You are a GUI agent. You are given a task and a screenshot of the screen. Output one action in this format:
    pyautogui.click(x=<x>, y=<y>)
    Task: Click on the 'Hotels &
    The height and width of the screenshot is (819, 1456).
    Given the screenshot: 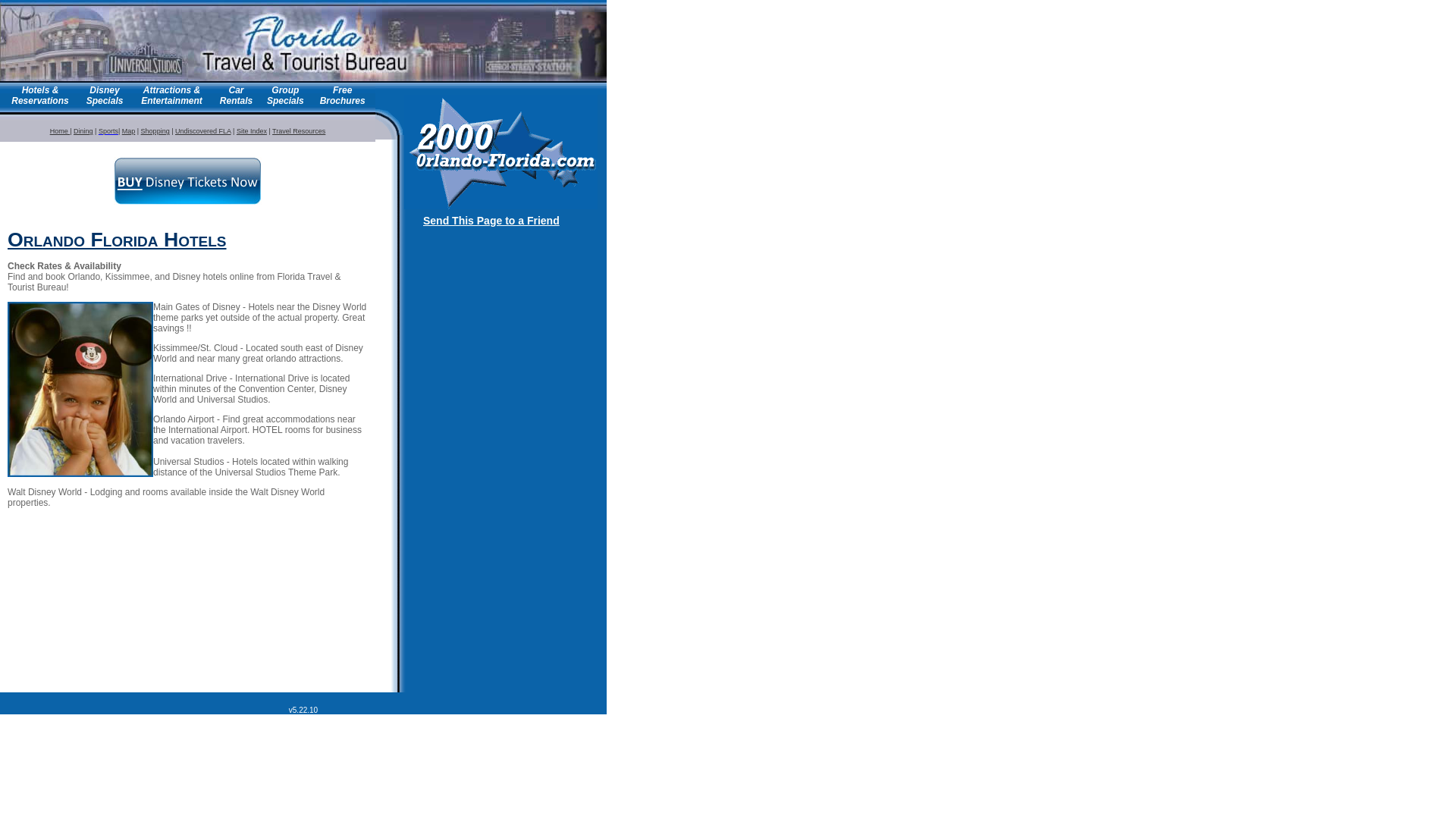 What is the action you would take?
    pyautogui.click(x=39, y=96)
    